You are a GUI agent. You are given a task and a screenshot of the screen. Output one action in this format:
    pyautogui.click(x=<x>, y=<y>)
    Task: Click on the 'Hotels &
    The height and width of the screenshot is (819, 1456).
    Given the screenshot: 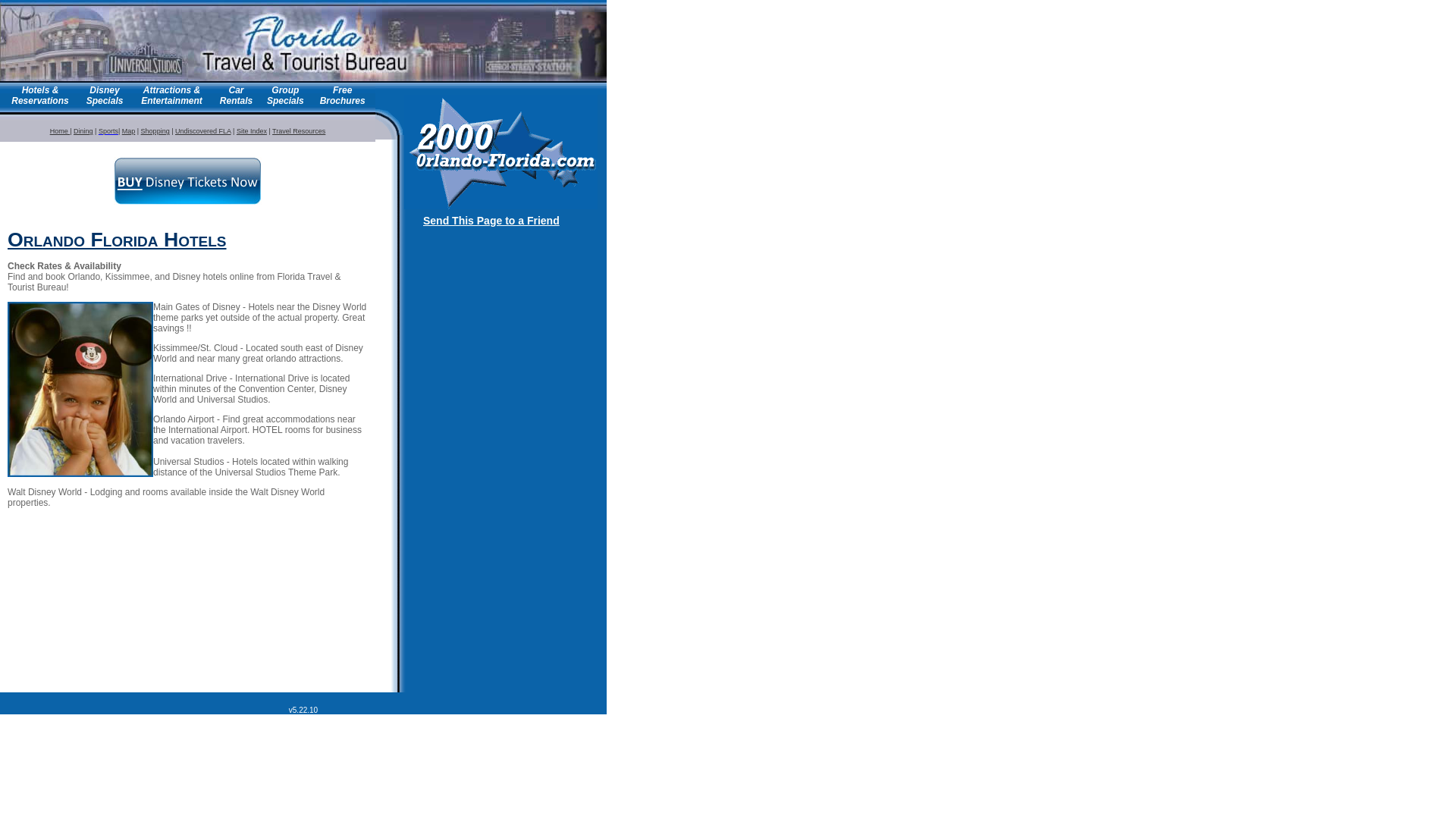 What is the action you would take?
    pyautogui.click(x=39, y=96)
    